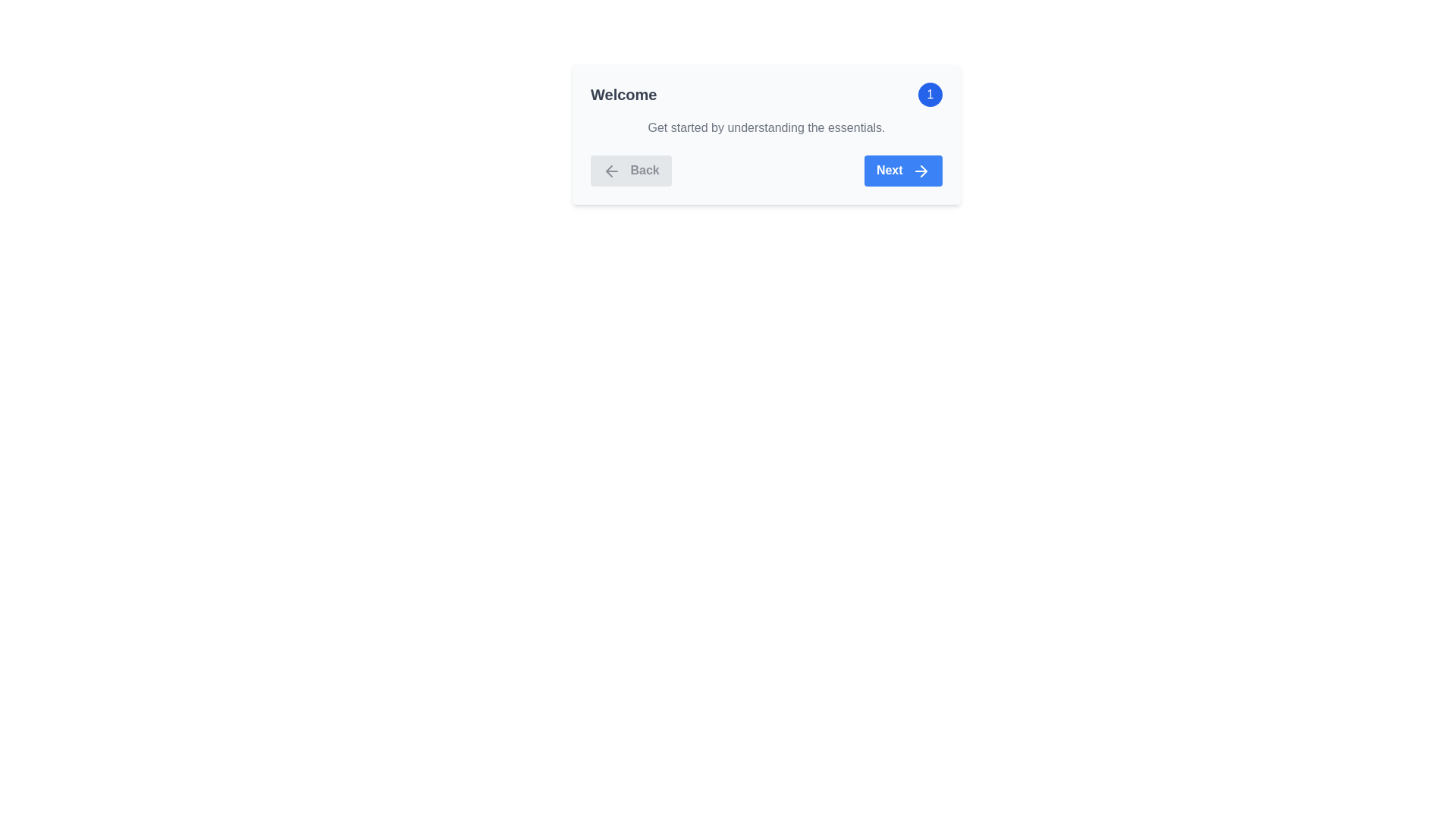 This screenshot has height=819, width=1456. Describe the element at coordinates (930, 94) in the screenshot. I see `the numeric indicator badge located to the right of the 'Welcome' title text in the header section of the card` at that location.